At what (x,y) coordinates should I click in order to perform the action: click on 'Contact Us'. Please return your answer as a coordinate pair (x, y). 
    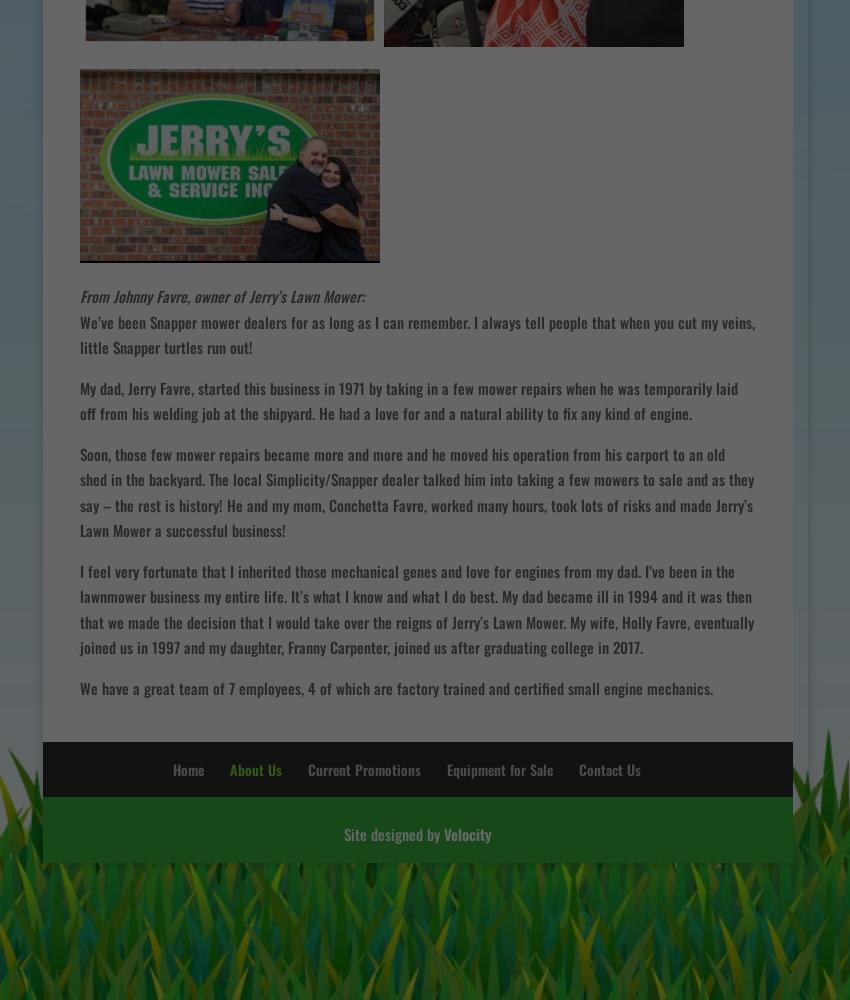
    Looking at the image, I should click on (608, 768).